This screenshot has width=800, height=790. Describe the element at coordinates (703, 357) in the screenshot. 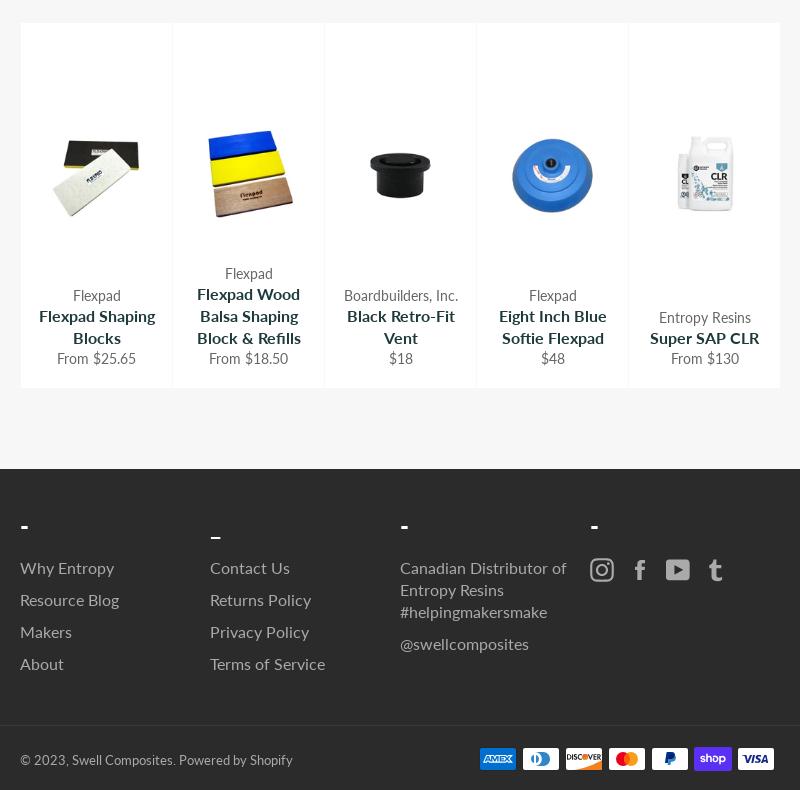

I see `'From $130'` at that location.